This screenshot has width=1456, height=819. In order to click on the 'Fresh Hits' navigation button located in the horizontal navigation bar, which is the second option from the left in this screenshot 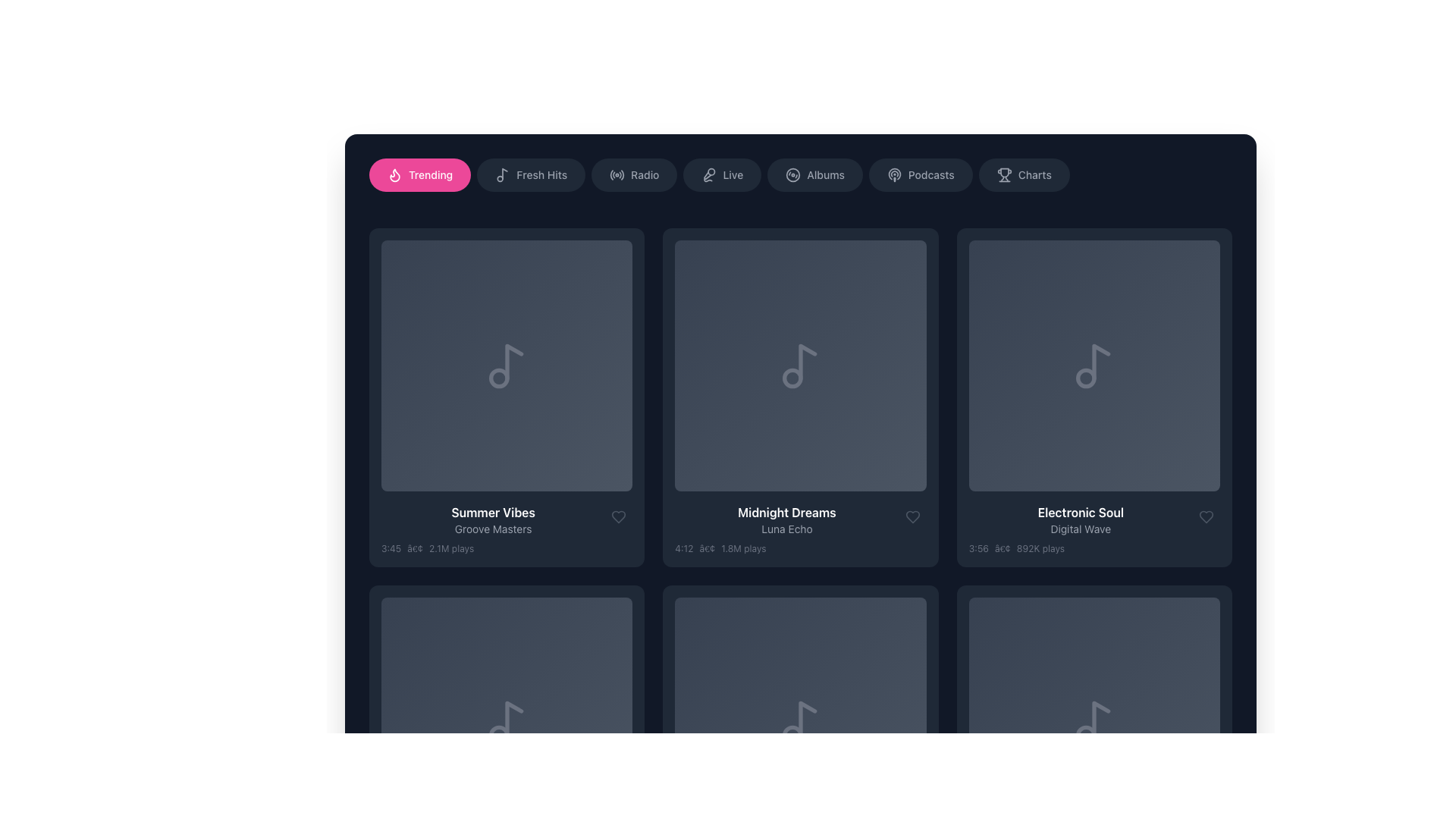, I will do `click(531, 174)`.